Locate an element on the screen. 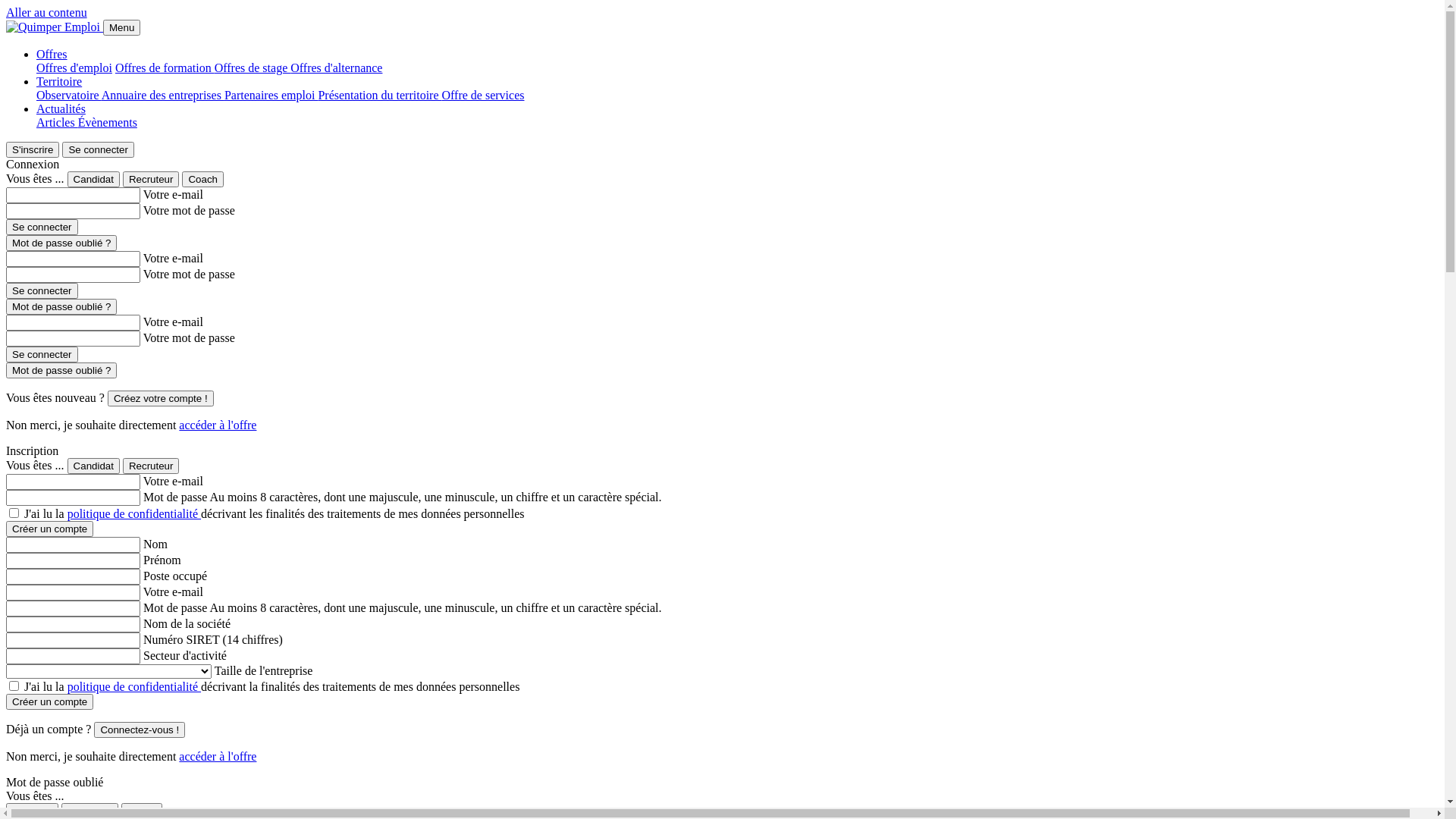 The image size is (1456, 819). 'Coach' is located at coordinates (202, 178).